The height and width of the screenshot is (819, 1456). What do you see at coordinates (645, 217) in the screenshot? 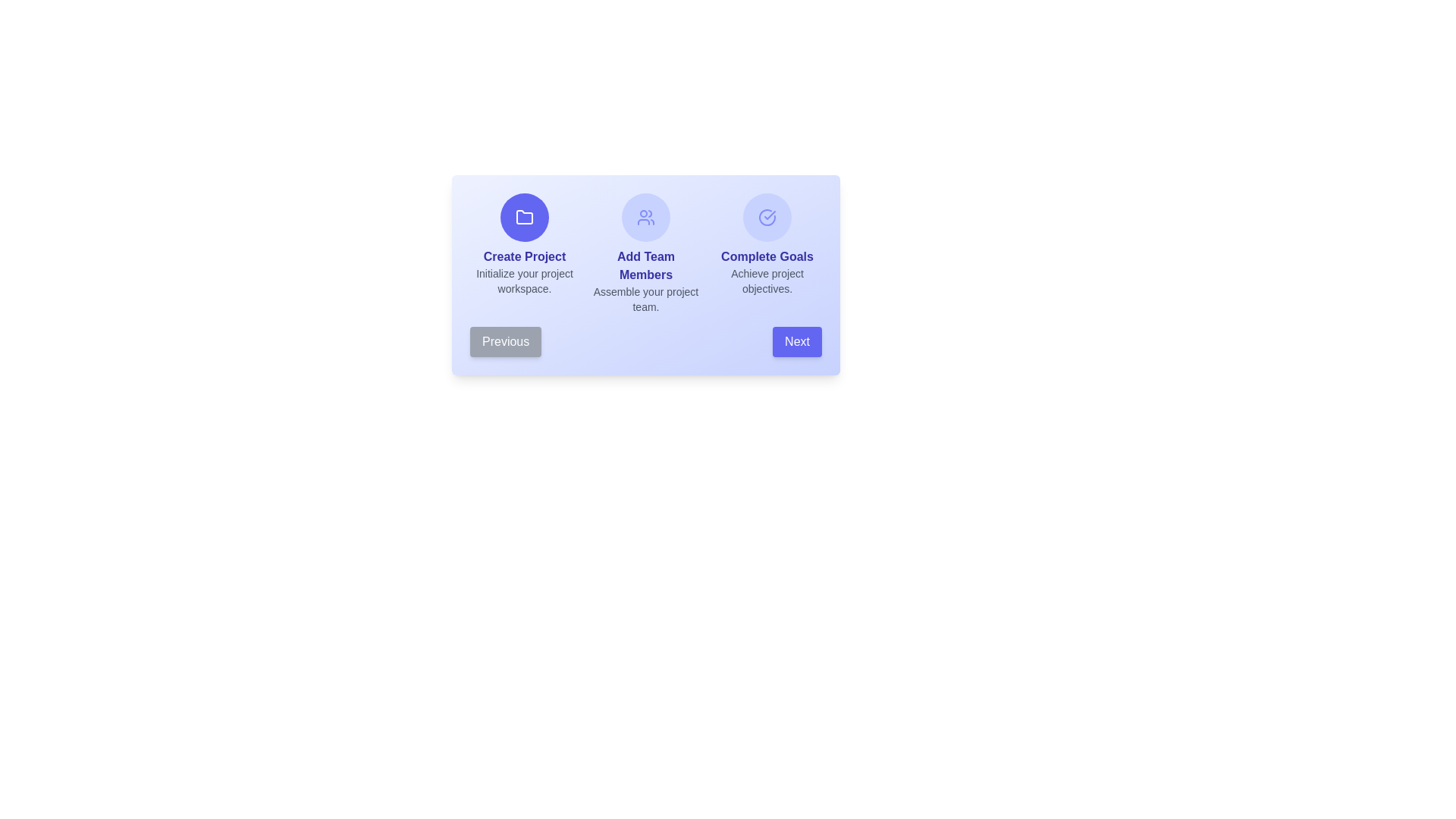
I see `the step icon corresponding to Add Team Members to view its description` at bounding box center [645, 217].